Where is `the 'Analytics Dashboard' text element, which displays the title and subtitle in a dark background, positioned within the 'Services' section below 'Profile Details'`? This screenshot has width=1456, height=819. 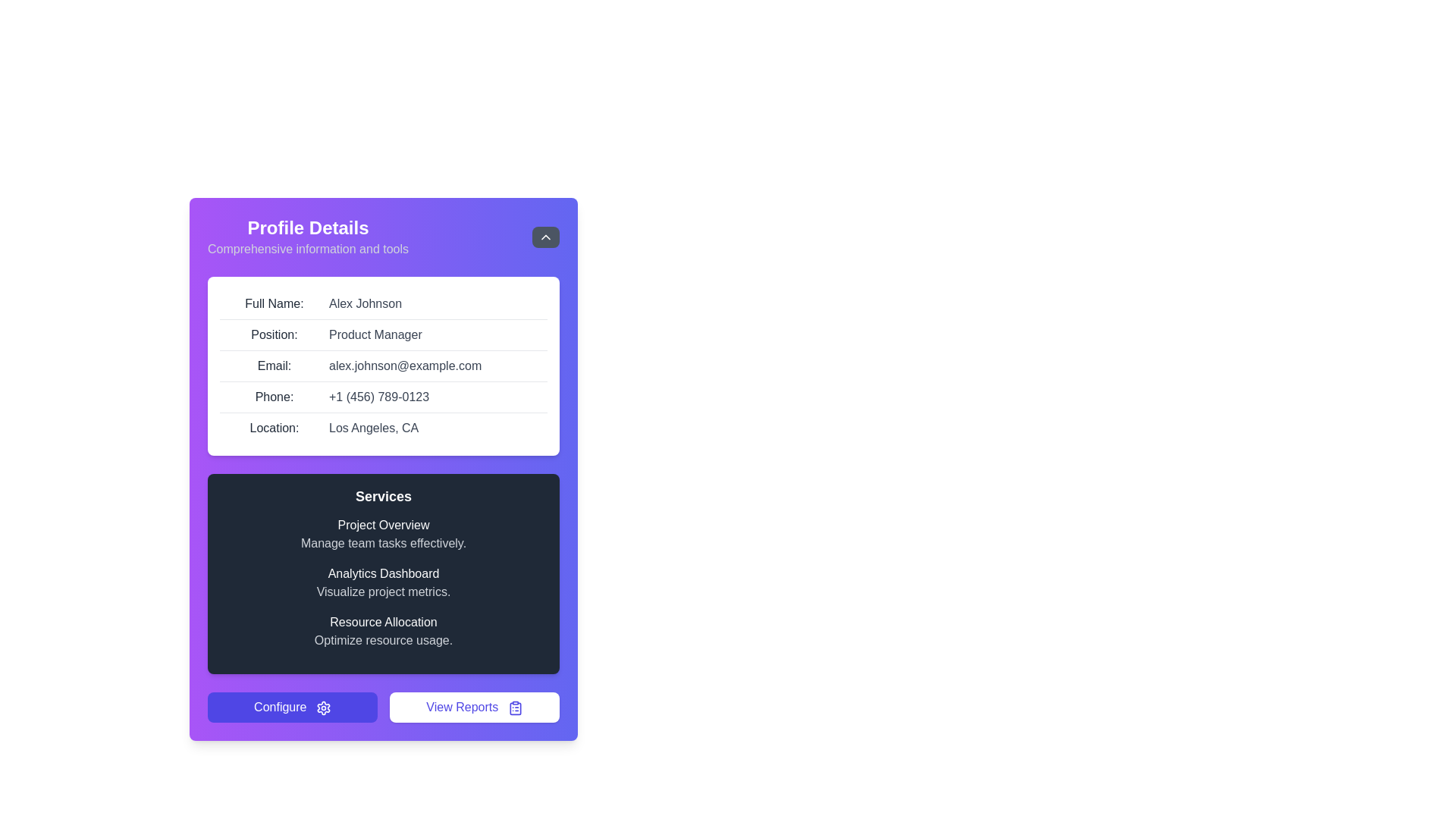 the 'Analytics Dashboard' text element, which displays the title and subtitle in a dark background, positioned within the 'Services' section below 'Profile Details' is located at coordinates (383, 582).